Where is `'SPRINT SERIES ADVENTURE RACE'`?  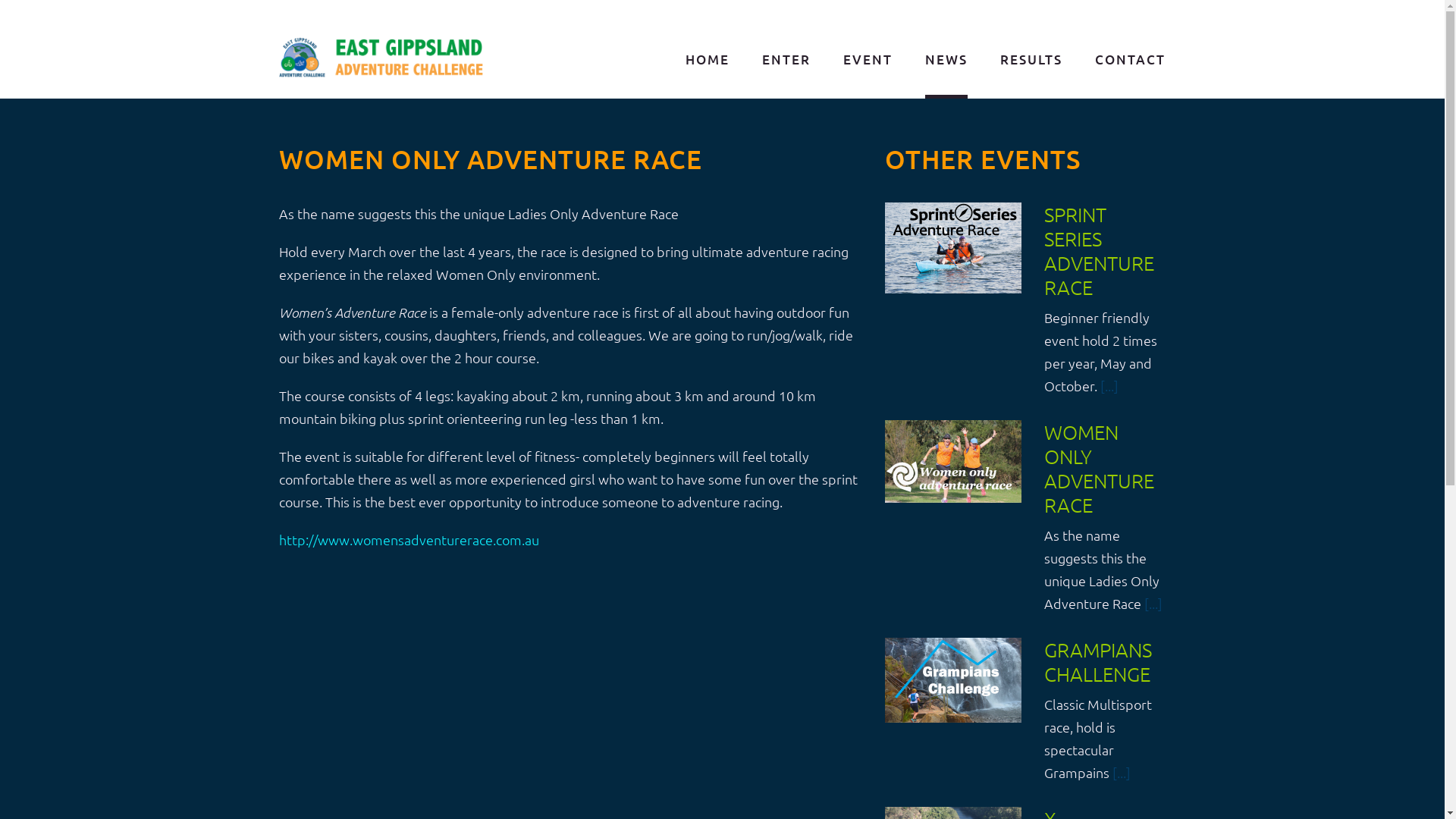
'SPRINT SERIES ADVENTURE RACE' is located at coordinates (1099, 249).